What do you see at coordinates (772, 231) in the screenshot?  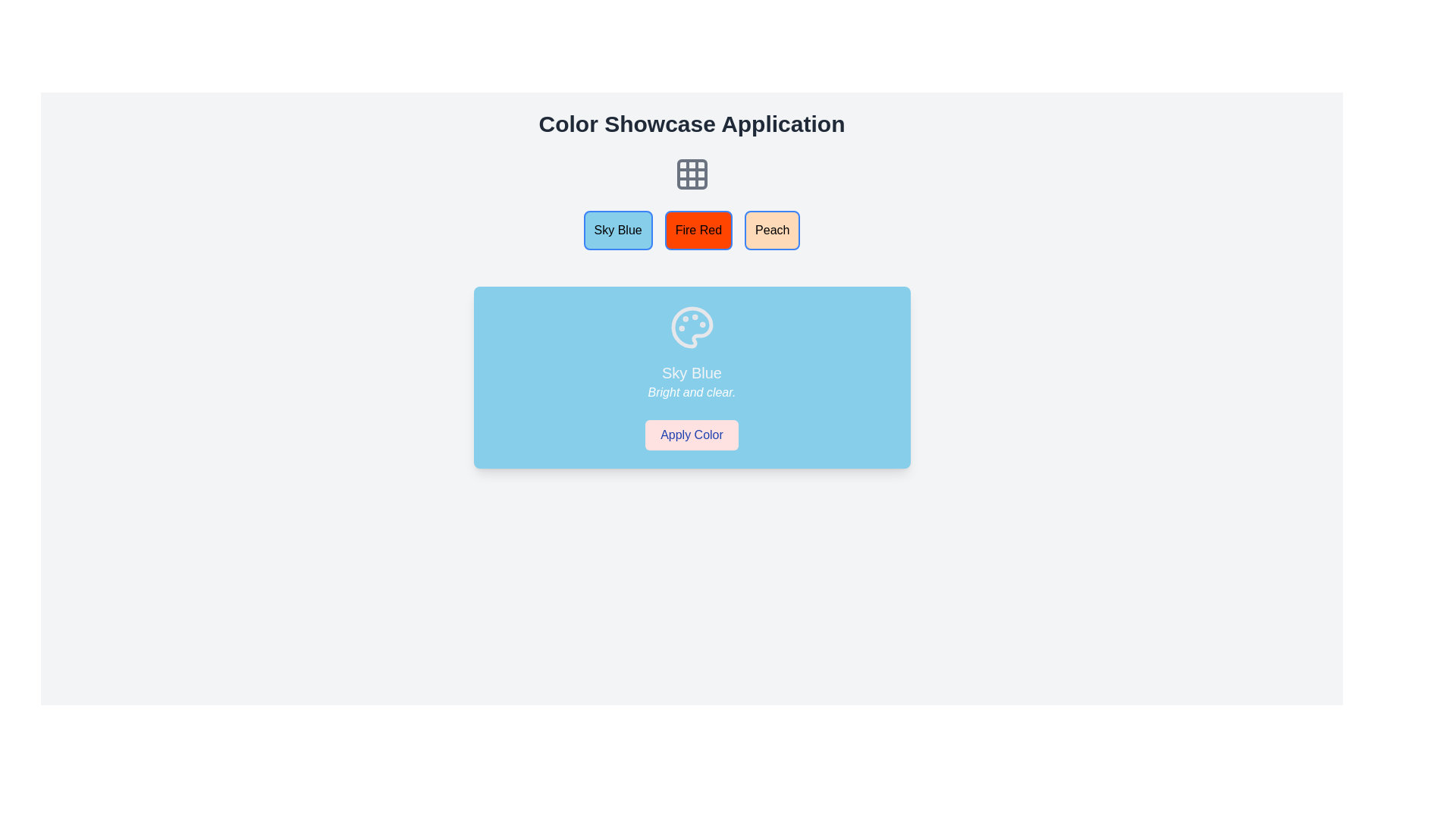 I see `the third button from the left in the horizontal row of color buttons to observe its hover effects` at bounding box center [772, 231].